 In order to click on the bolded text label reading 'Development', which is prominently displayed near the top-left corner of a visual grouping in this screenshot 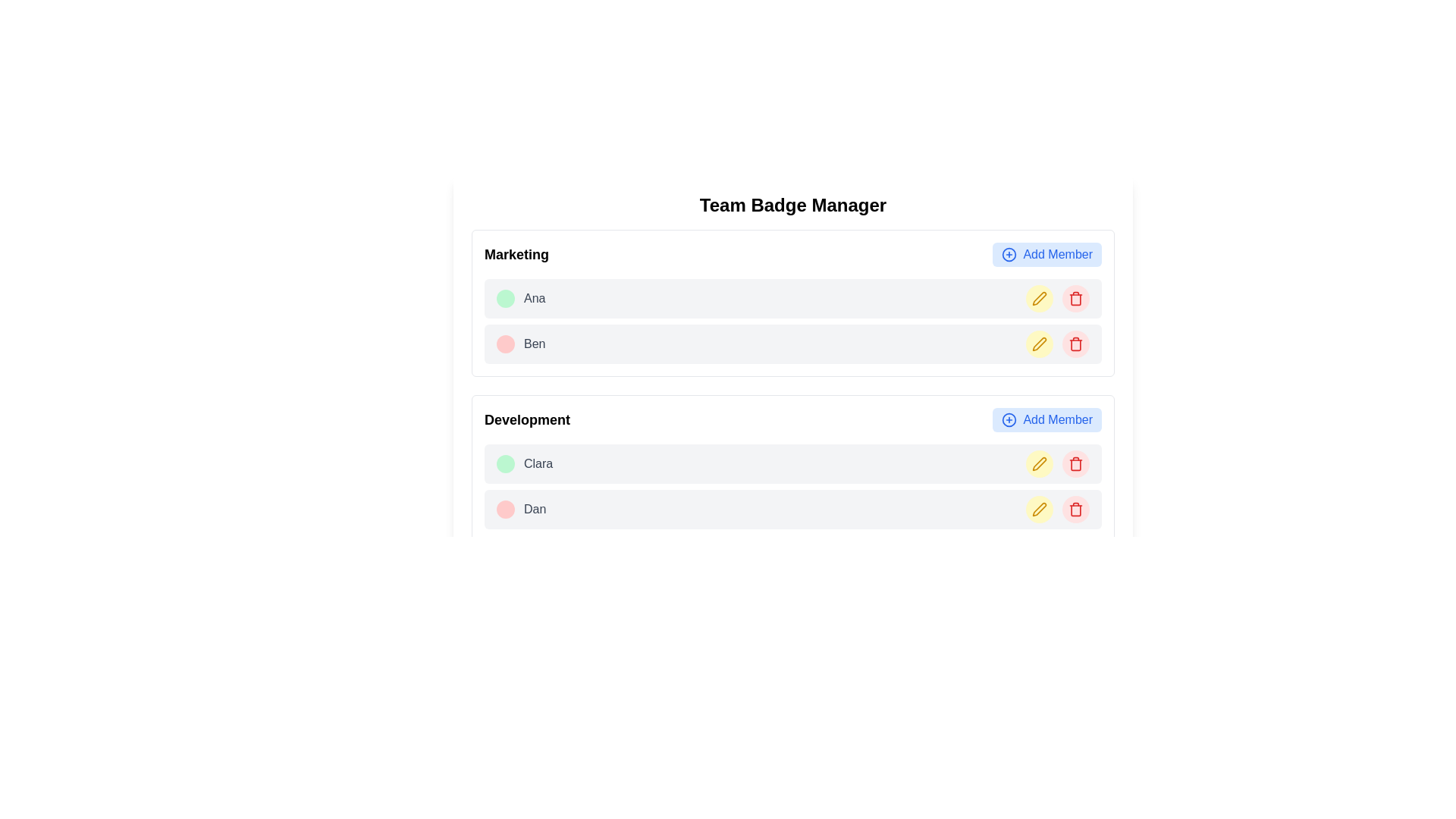, I will do `click(527, 420)`.